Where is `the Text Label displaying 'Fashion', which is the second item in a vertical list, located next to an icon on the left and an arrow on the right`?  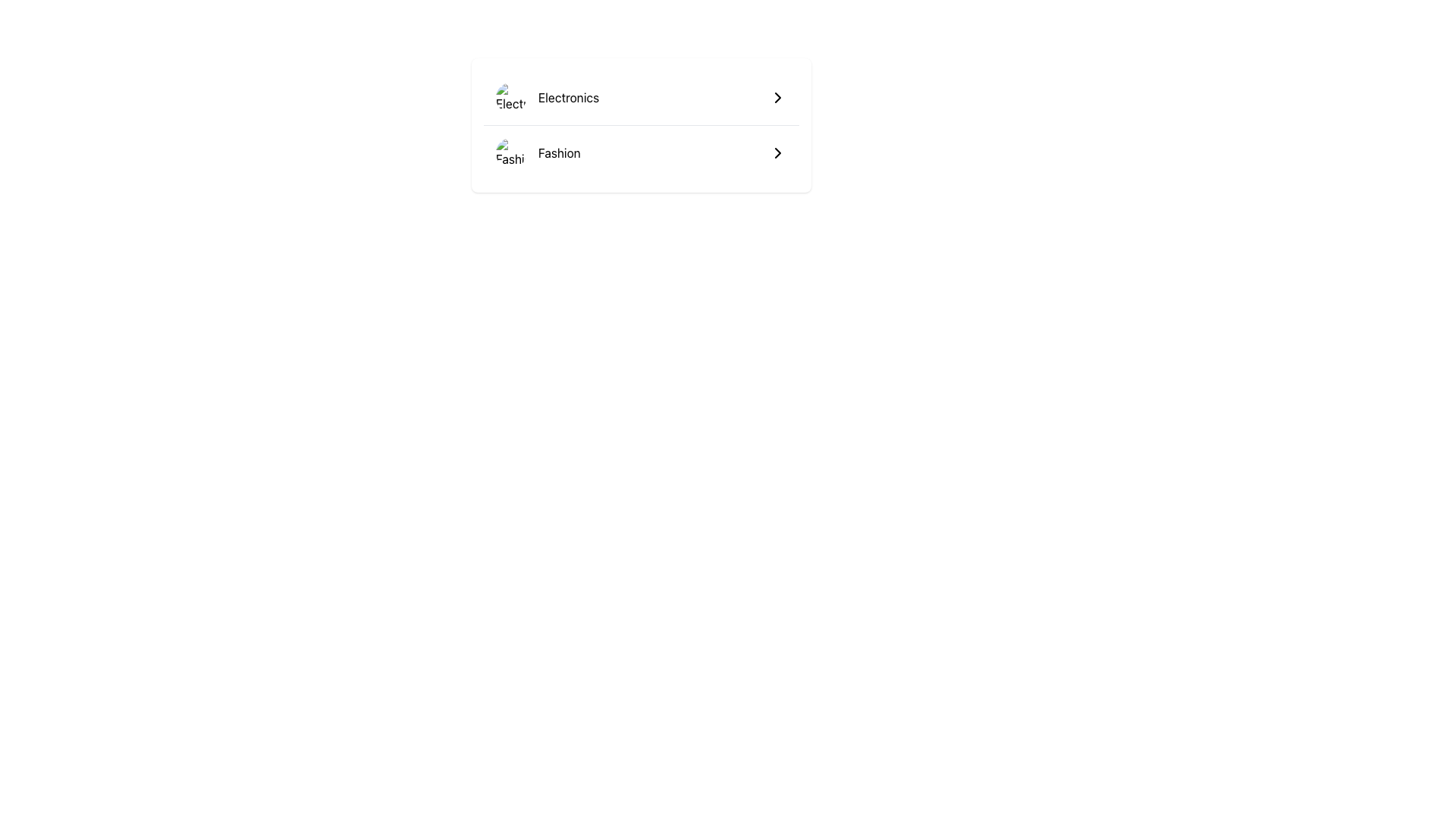
the Text Label displaying 'Fashion', which is the second item in a vertical list, located next to an icon on the left and an arrow on the right is located at coordinates (558, 152).